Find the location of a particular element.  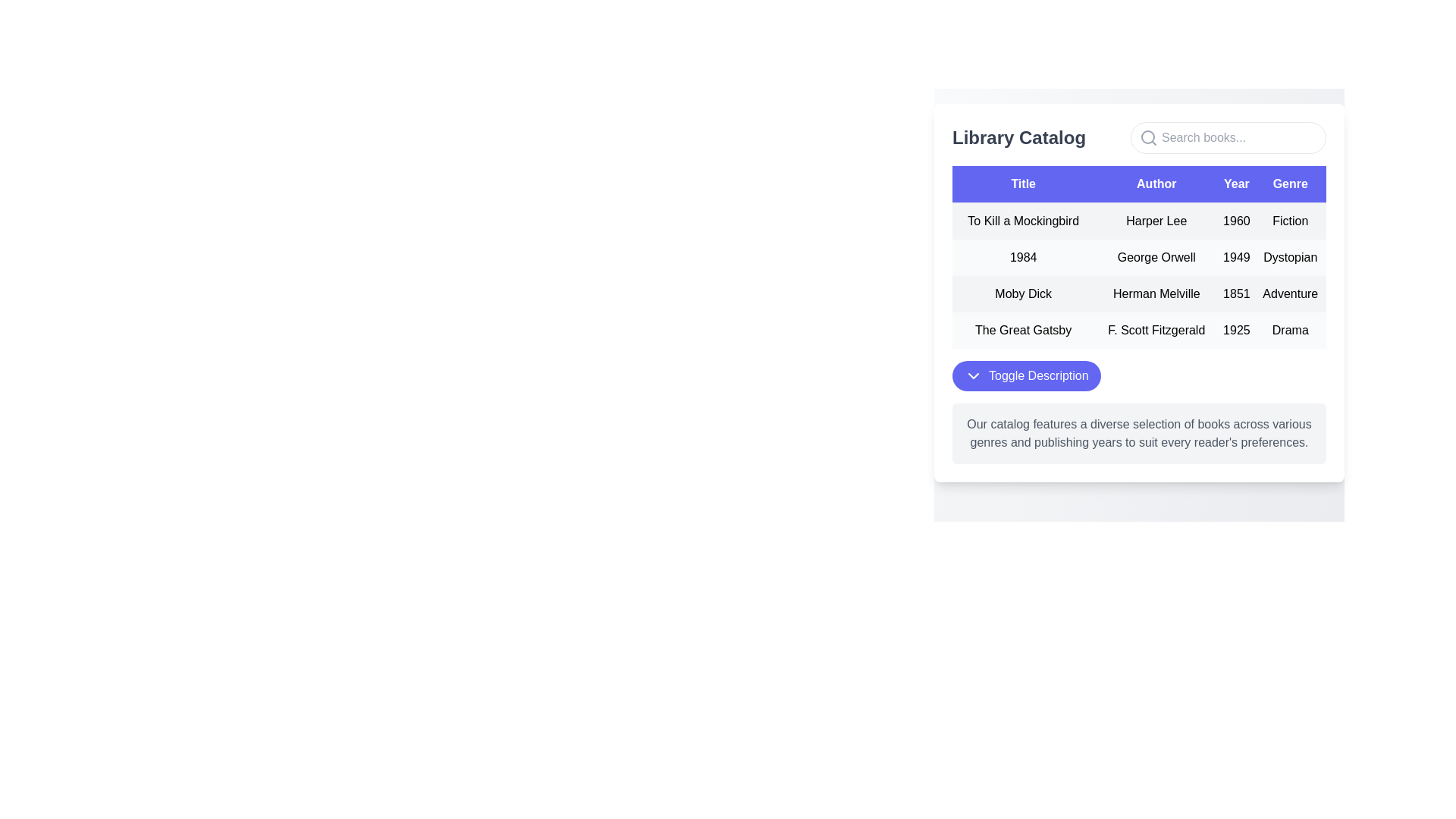

the static text element displaying 'Adventure' in the fourth column of the third row under the 'Genre' header is located at coordinates (1289, 294).